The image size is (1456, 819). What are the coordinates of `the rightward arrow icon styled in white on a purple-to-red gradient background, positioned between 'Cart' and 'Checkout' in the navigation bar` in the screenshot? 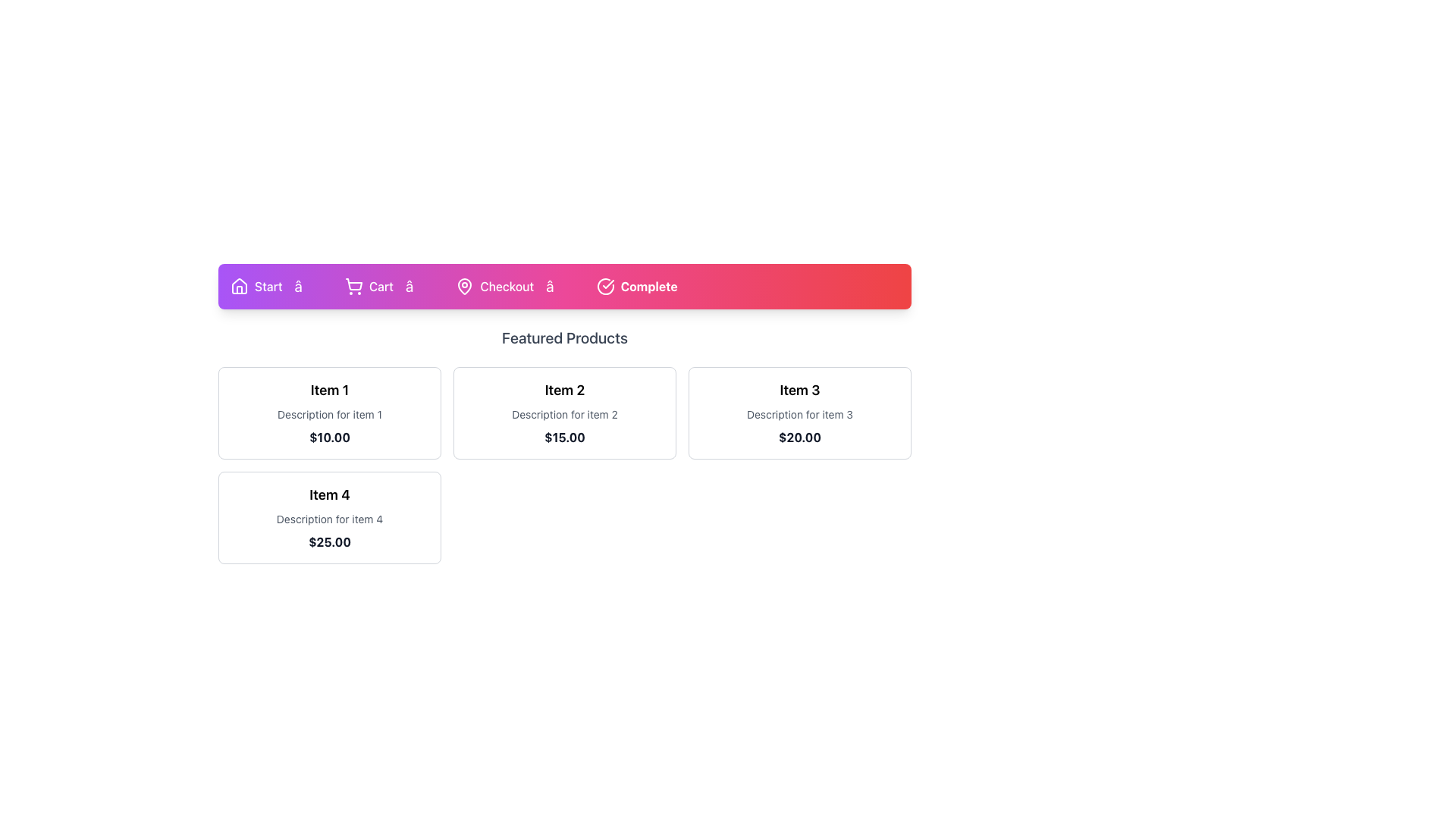 It's located at (425, 287).